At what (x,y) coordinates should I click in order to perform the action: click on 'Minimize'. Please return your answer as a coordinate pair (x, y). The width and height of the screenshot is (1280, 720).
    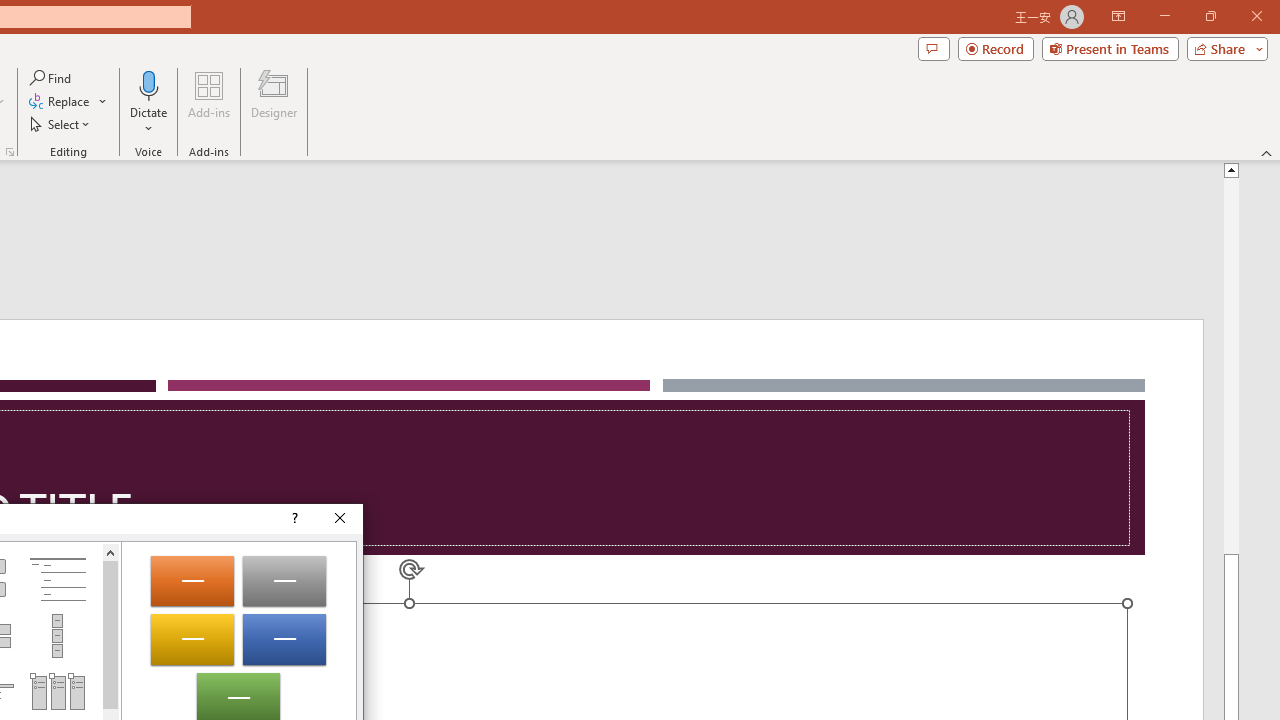
    Looking at the image, I should click on (1164, 16).